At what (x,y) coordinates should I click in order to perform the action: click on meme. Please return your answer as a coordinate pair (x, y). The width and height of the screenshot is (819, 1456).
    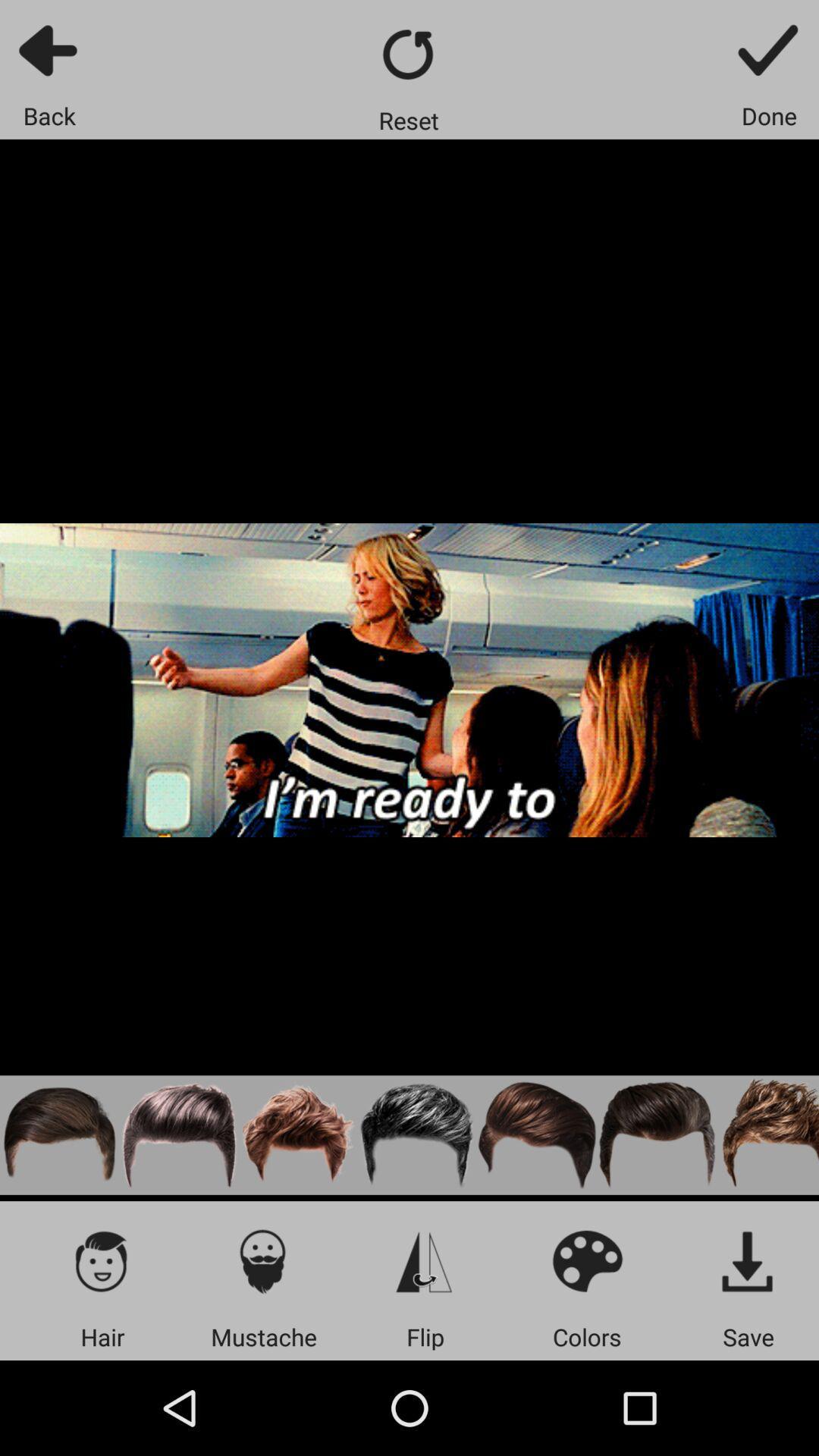
    Looking at the image, I should click on (769, 49).